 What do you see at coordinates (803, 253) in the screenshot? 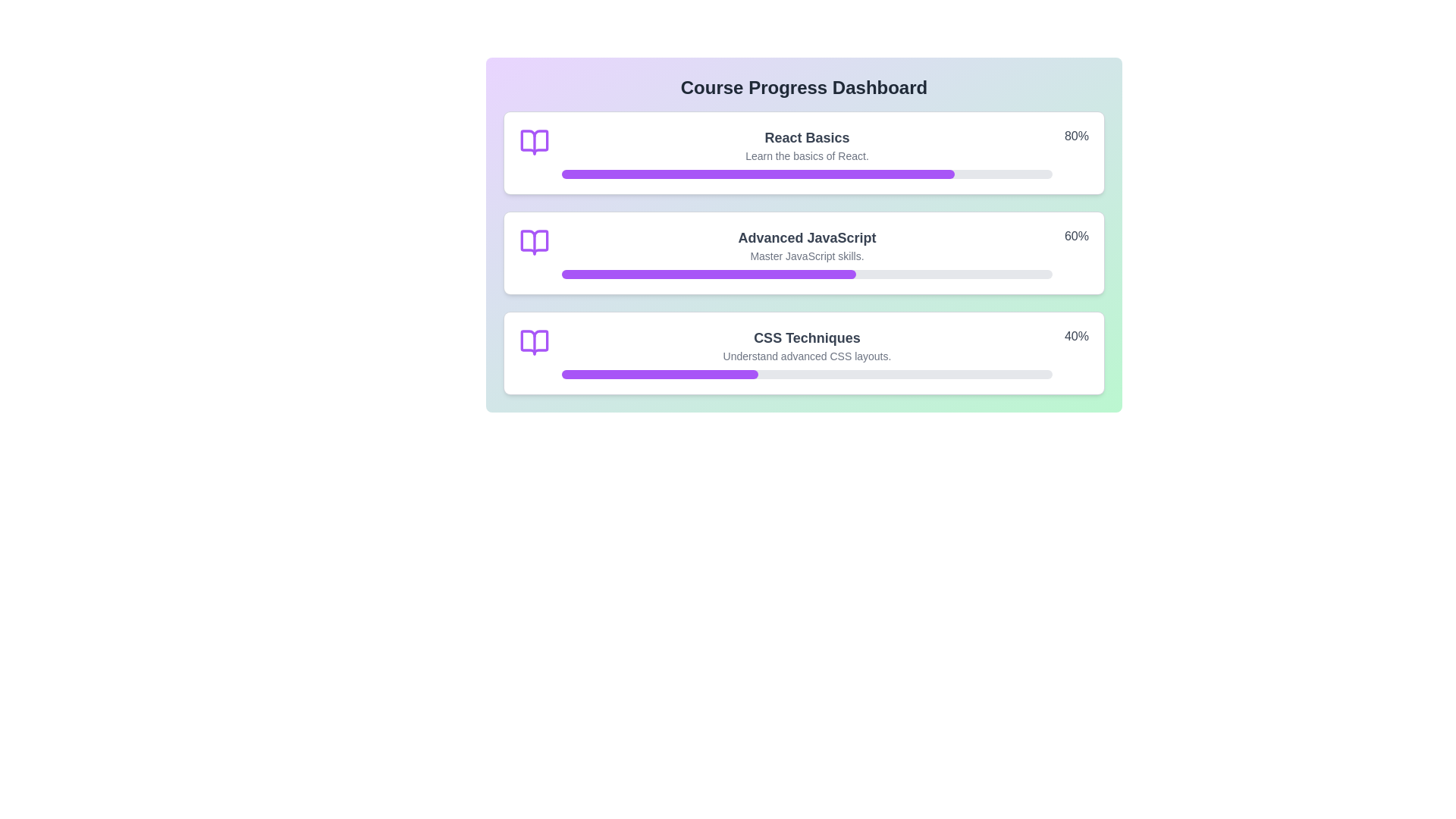
I see `the progress bar of the Vertical hierarchical list in the Course Progress Dashboard to view detailed information` at bounding box center [803, 253].